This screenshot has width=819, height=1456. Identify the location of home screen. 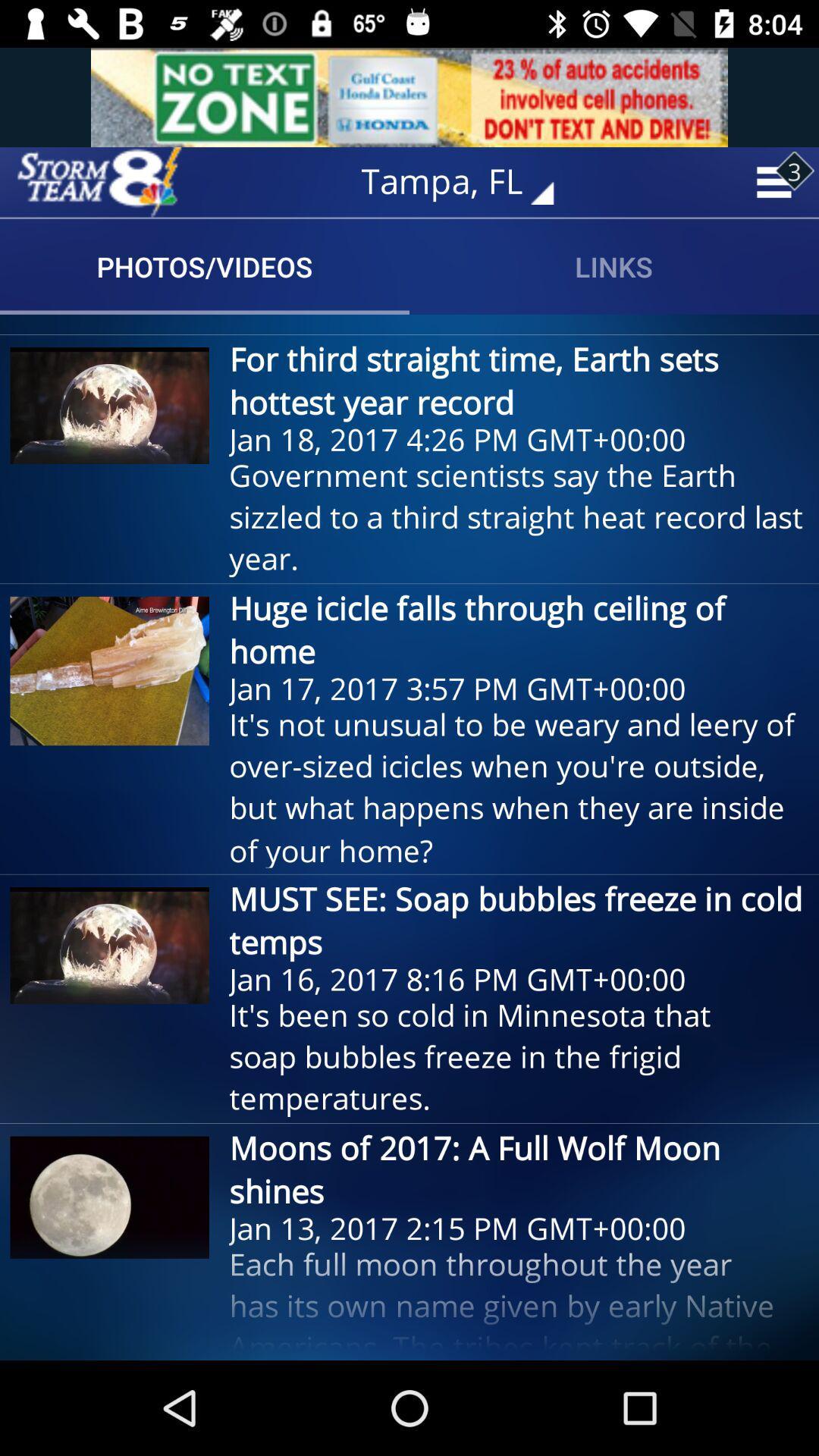
(99, 182).